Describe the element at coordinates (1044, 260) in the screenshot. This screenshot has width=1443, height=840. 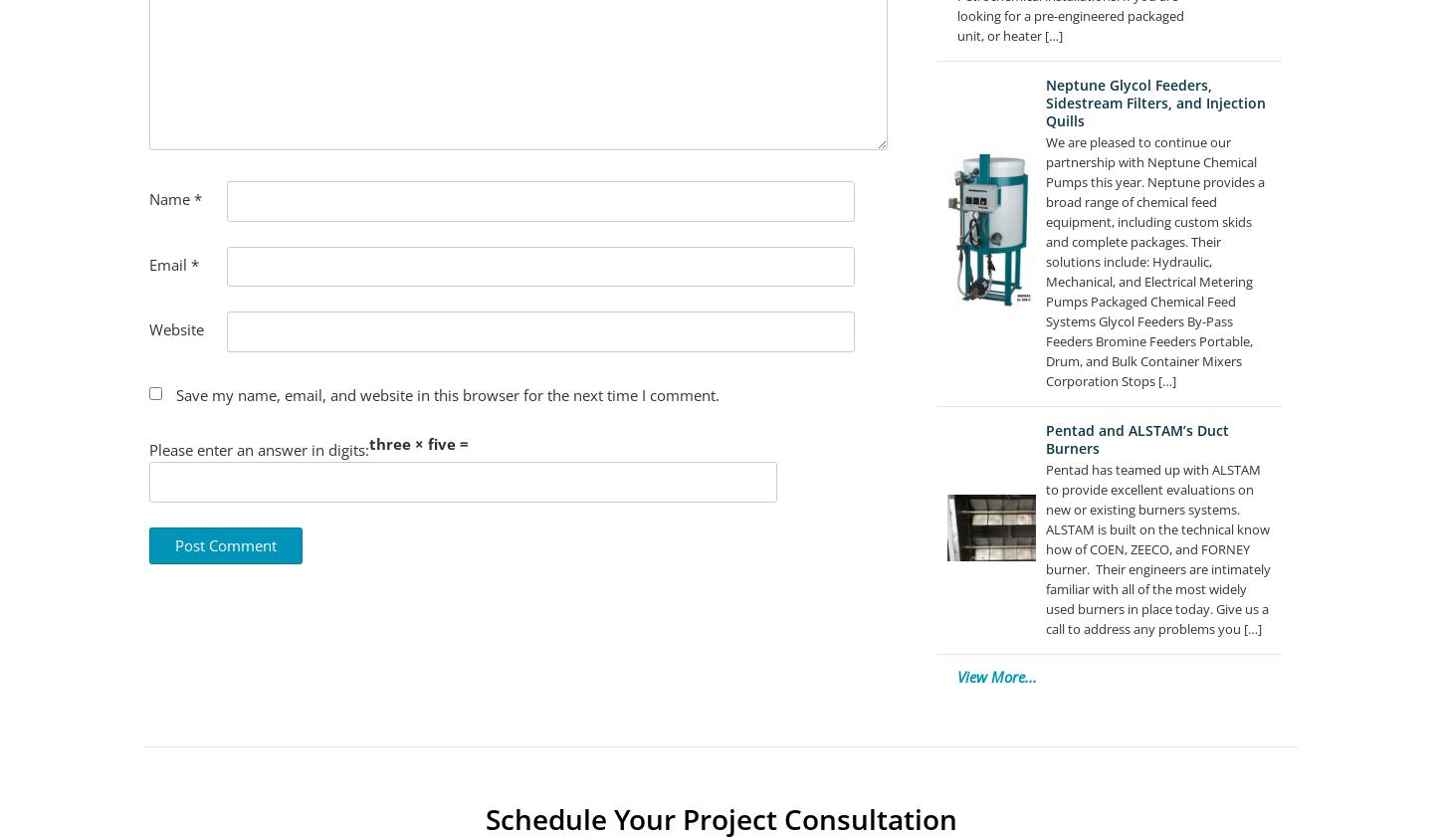
I see `'We are pleased to continue our partnership with Neptune Chemical Pumps this year. Neptune provides a broad range of chemical feed equipment, including custom skids and complete packages. Their solutions include: Hydraulic, Mechanical, and Electrical Metering Pumps Packaged Chemical Feed Systems Glycol Feeders By-Pass Feeders Bromine Feeders Portable, Drum, and Bulk Container Mixers Corporation Stops […]'` at that location.